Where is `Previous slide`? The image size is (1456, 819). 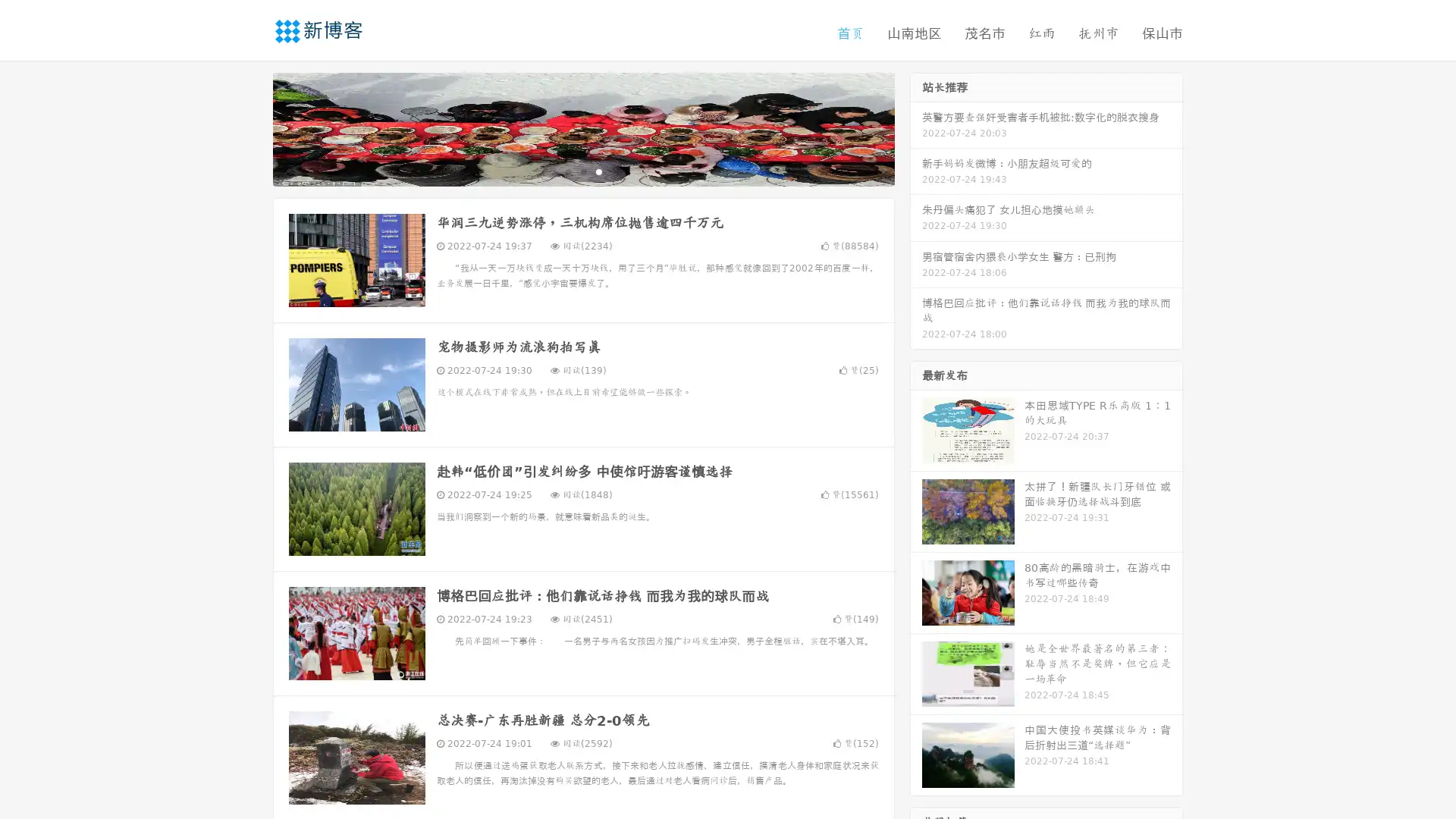 Previous slide is located at coordinates (250, 127).